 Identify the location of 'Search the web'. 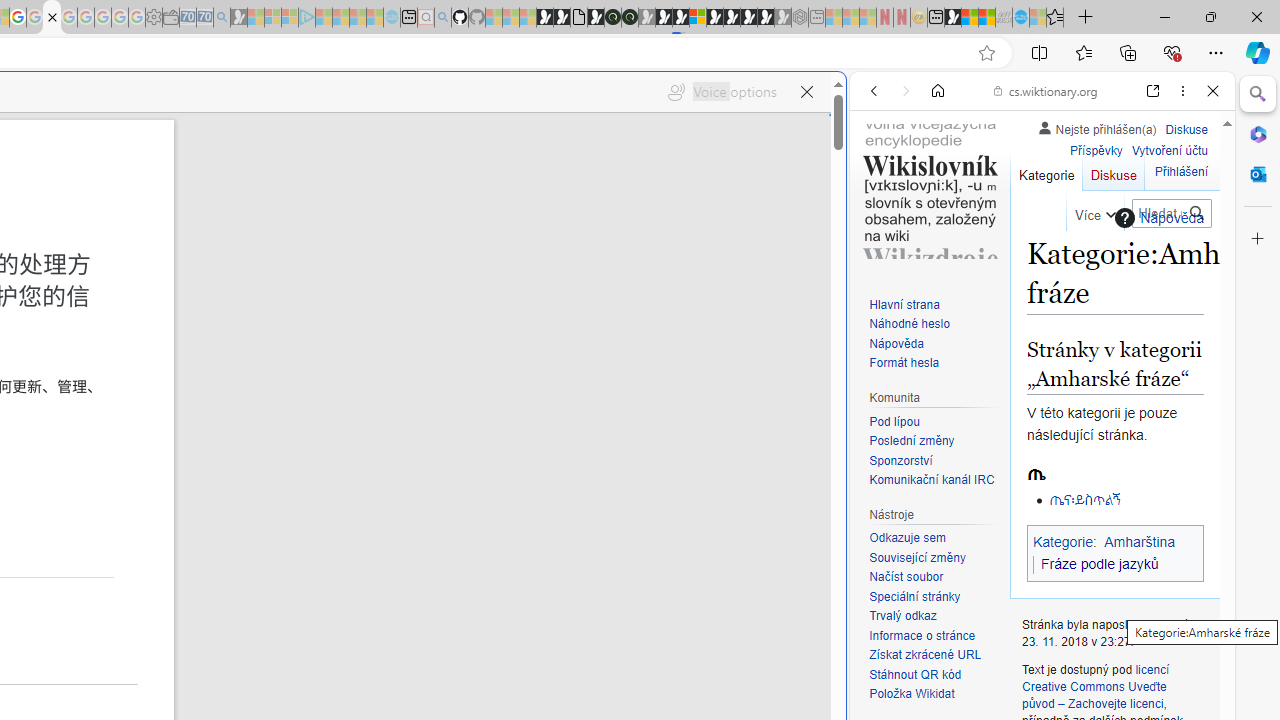
(1051, 137).